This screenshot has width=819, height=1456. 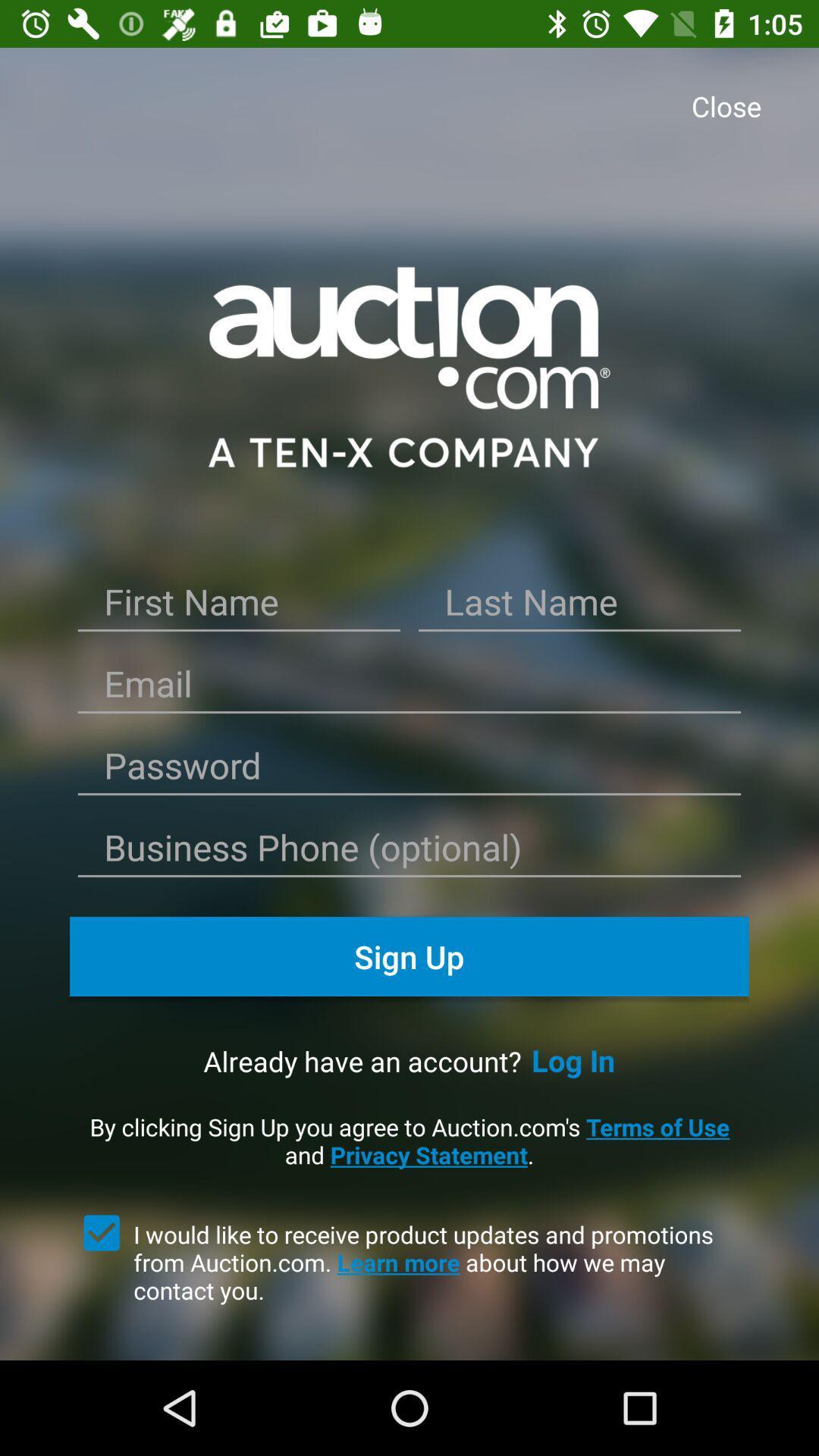 I want to click on by clicking sign icon, so click(x=409, y=1141).